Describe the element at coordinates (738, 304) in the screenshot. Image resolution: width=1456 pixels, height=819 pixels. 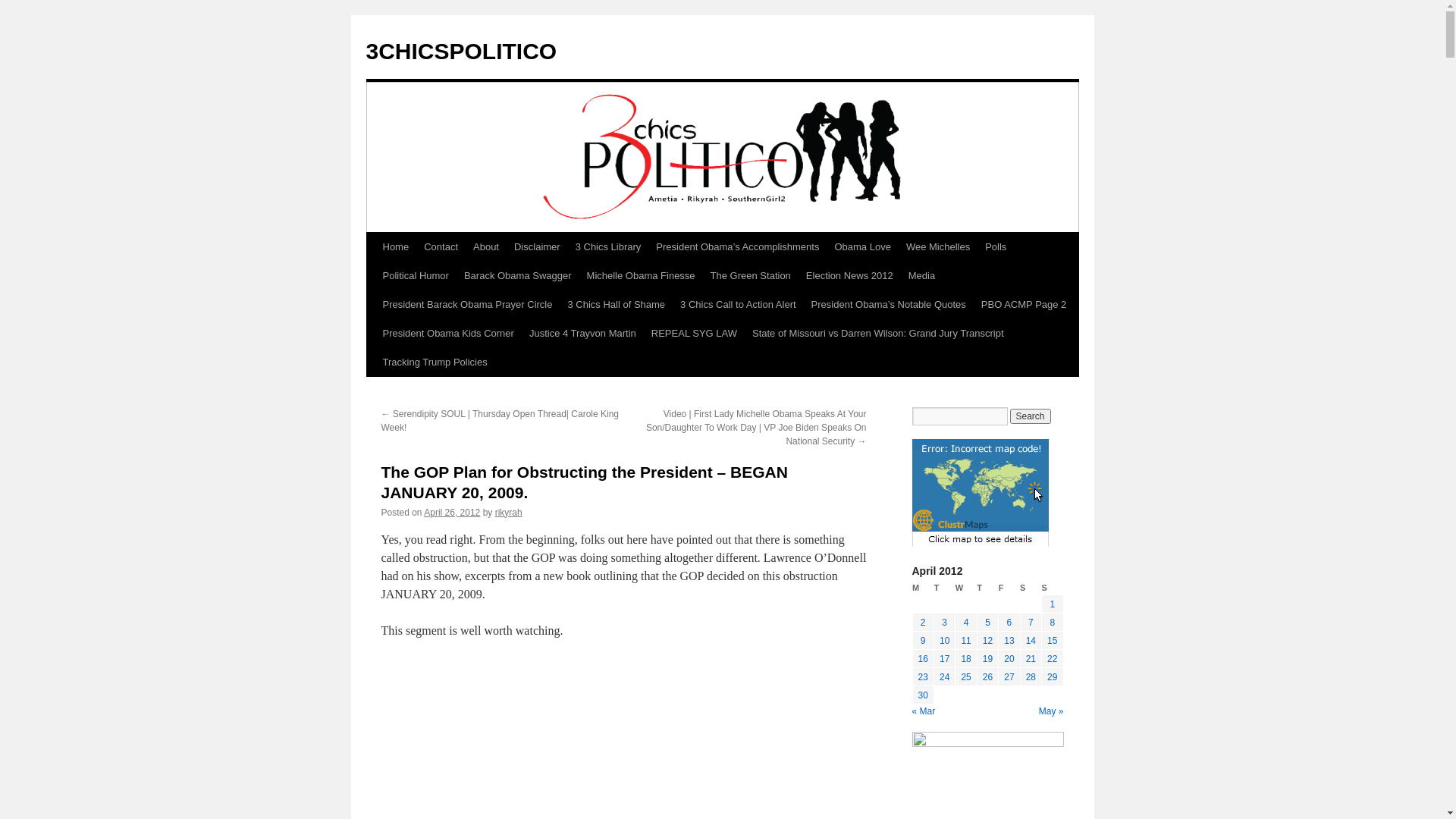
I see `'3 Chics Call to Action Alert'` at that location.